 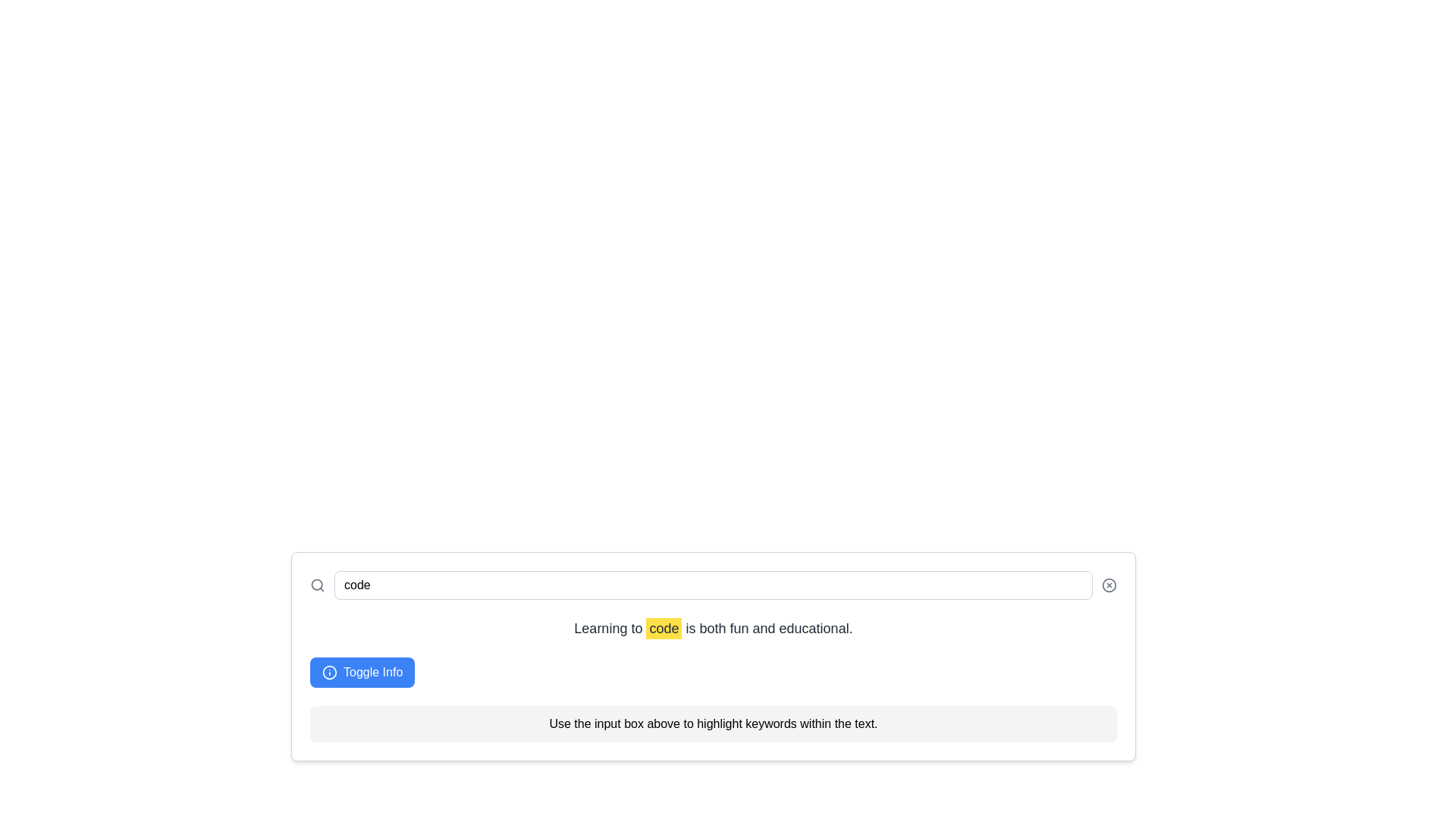 I want to click on text content of the third textual element that says 'Learning to code is both fun and educational.', so click(x=712, y=629).